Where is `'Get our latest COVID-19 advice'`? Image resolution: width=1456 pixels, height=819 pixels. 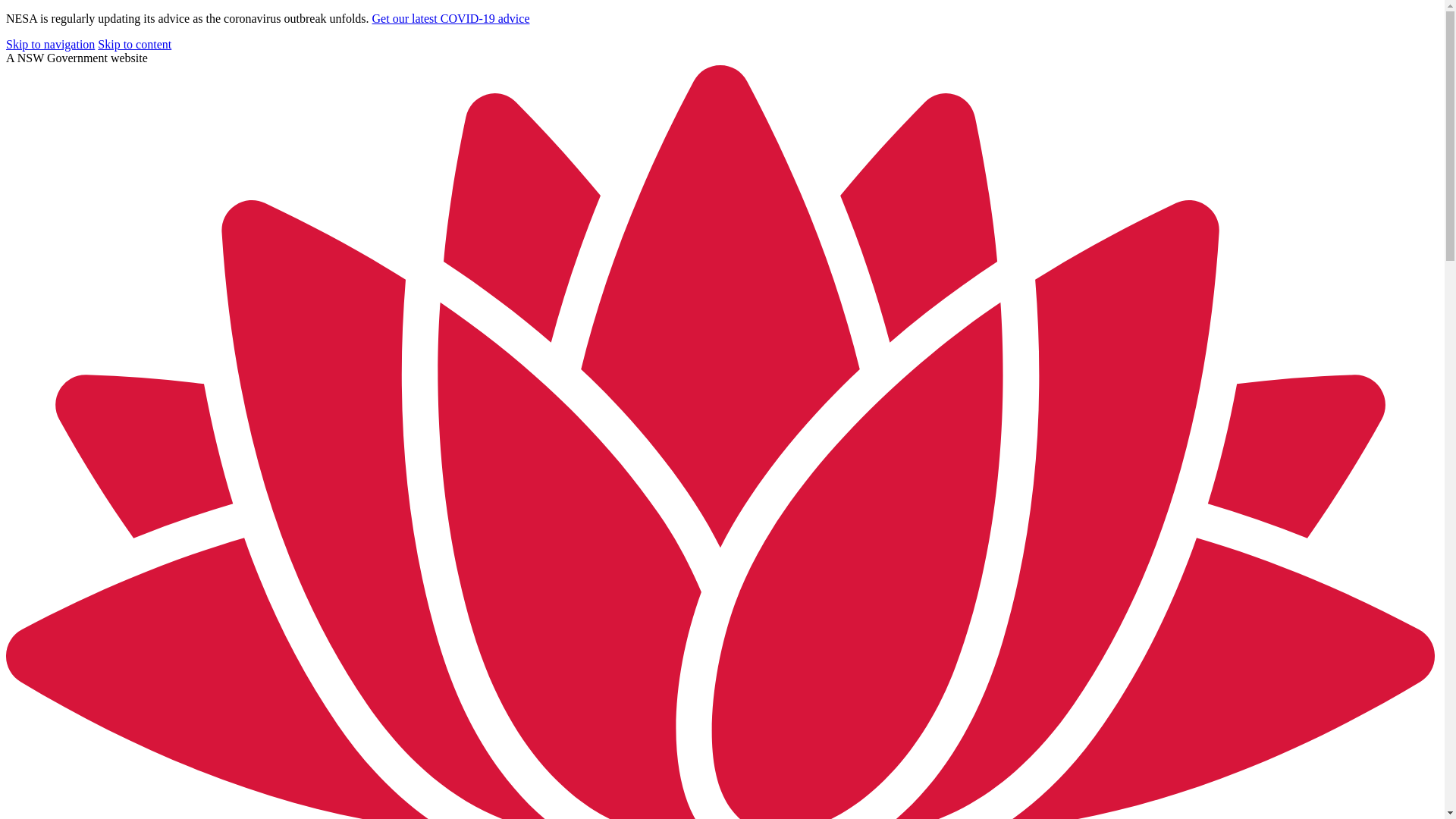 'Get our latest COVID-19 advice' is located at coordinates (450, 18).